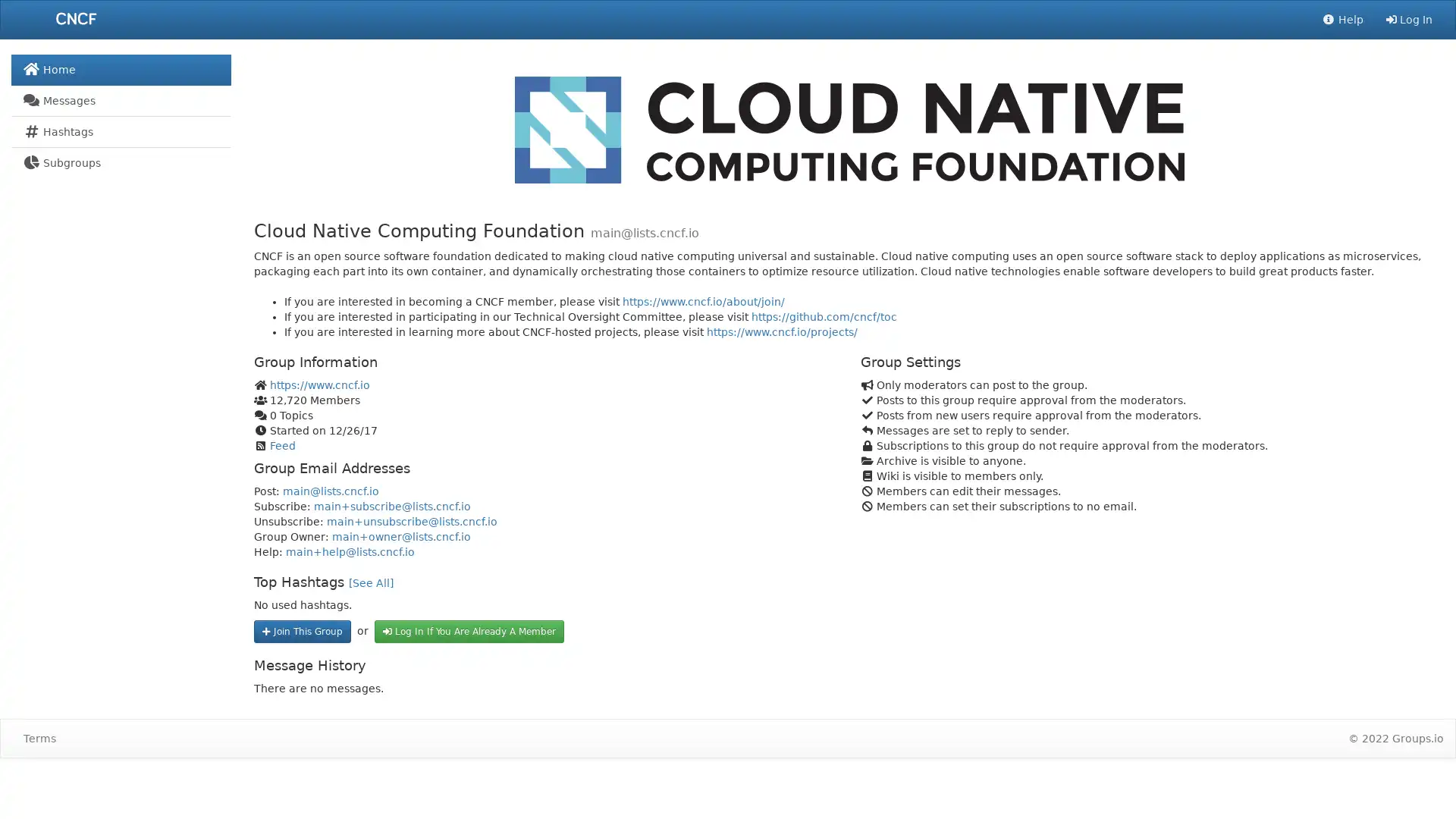 The height and width of the screenshot is (819, 1456). What do you see at coordinates (302, 631) in the screenshot?
I see `Join This Group` at bounding box center [302, 631].